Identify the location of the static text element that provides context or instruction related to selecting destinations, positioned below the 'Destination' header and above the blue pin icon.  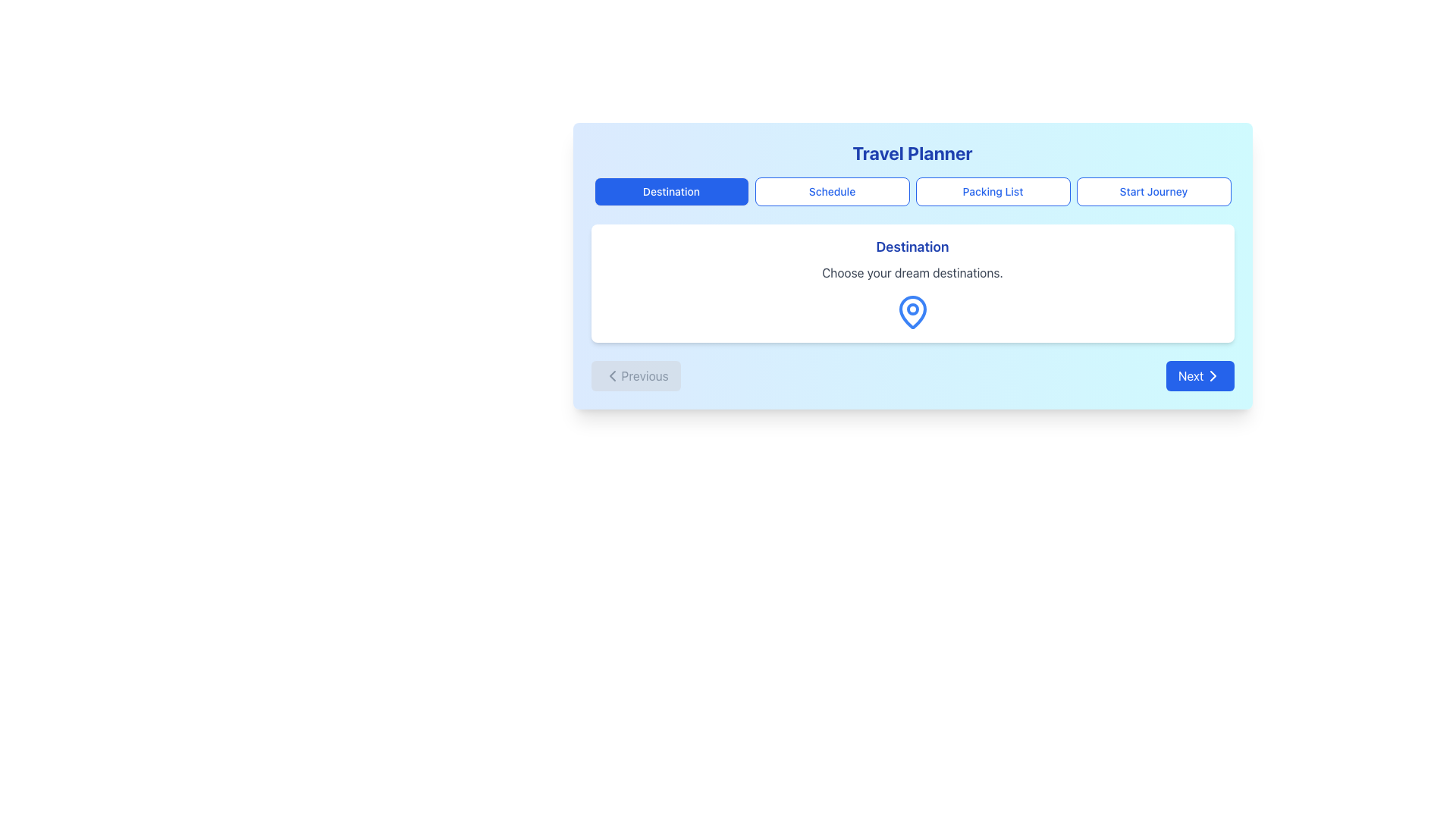
(912, 271).